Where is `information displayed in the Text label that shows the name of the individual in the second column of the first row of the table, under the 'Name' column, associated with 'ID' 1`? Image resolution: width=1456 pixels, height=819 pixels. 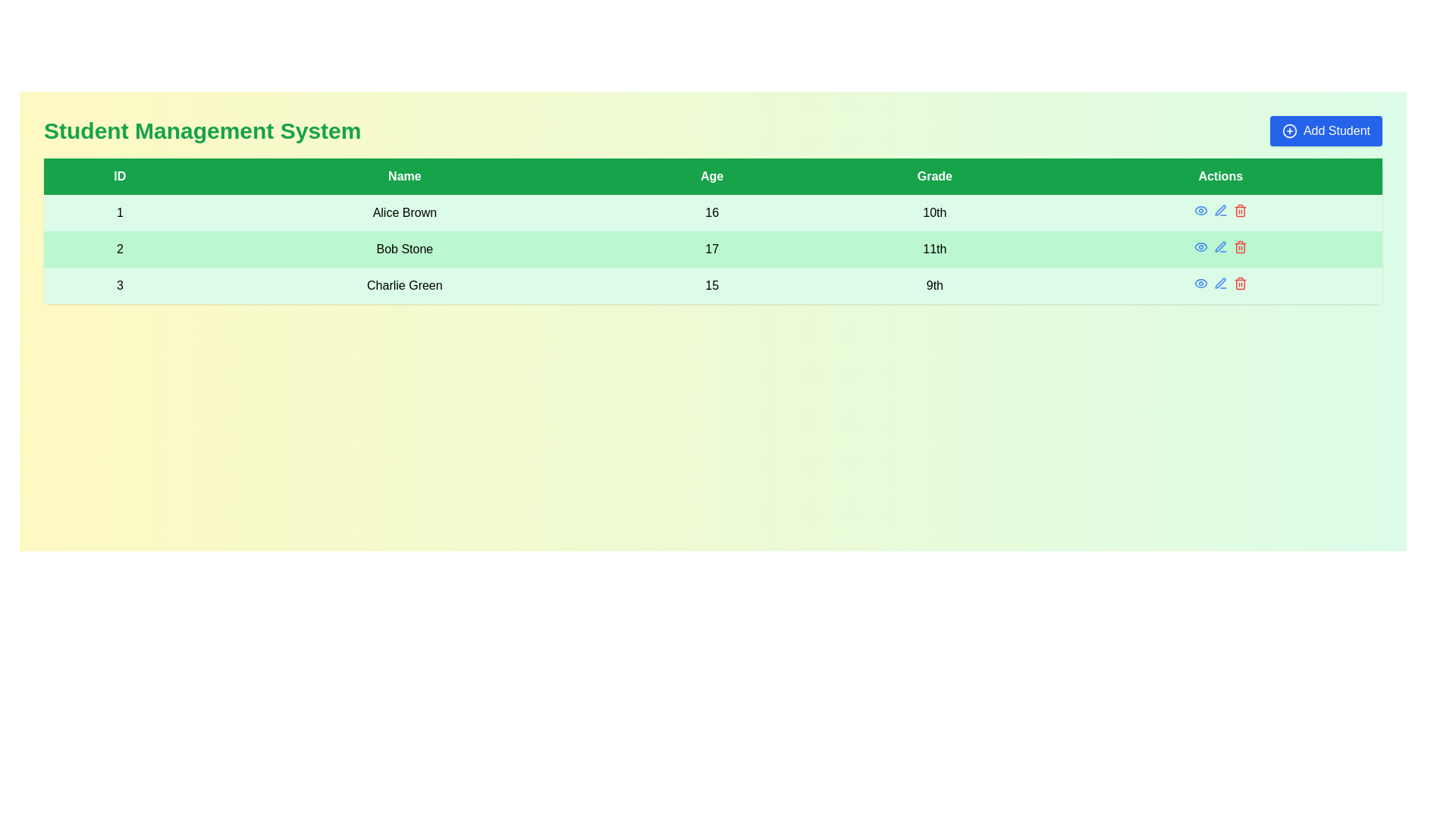 information displayed in the Text label that shows the name of the individual in the second column of the first row of the table, under the 'Name' column, associated with 'ID' 1 is located at coordinates (404, 213).